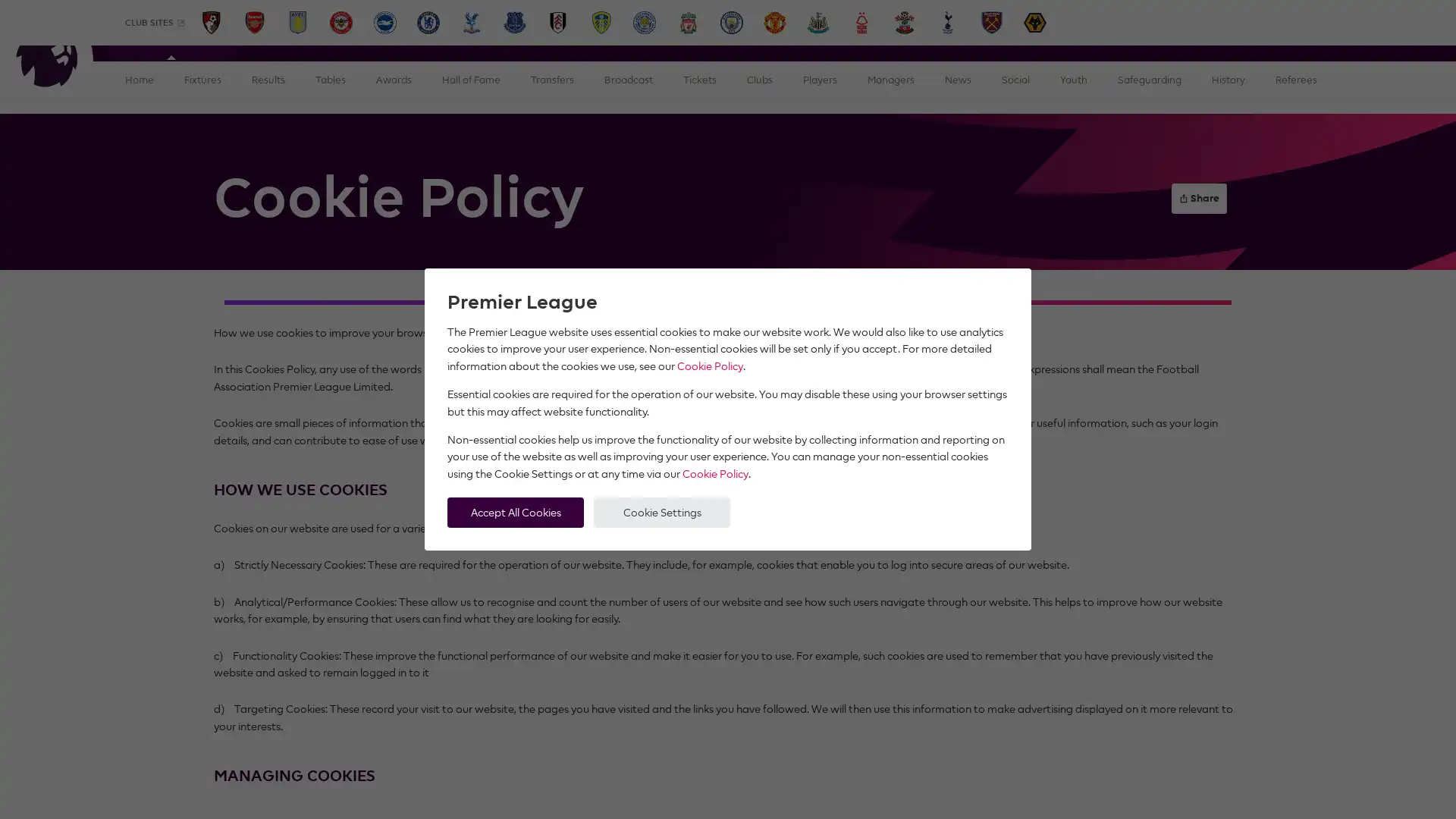 The width and height of the screenshot is (1456, 819). I want to click on Accept All Cookies, so click(516, 512).